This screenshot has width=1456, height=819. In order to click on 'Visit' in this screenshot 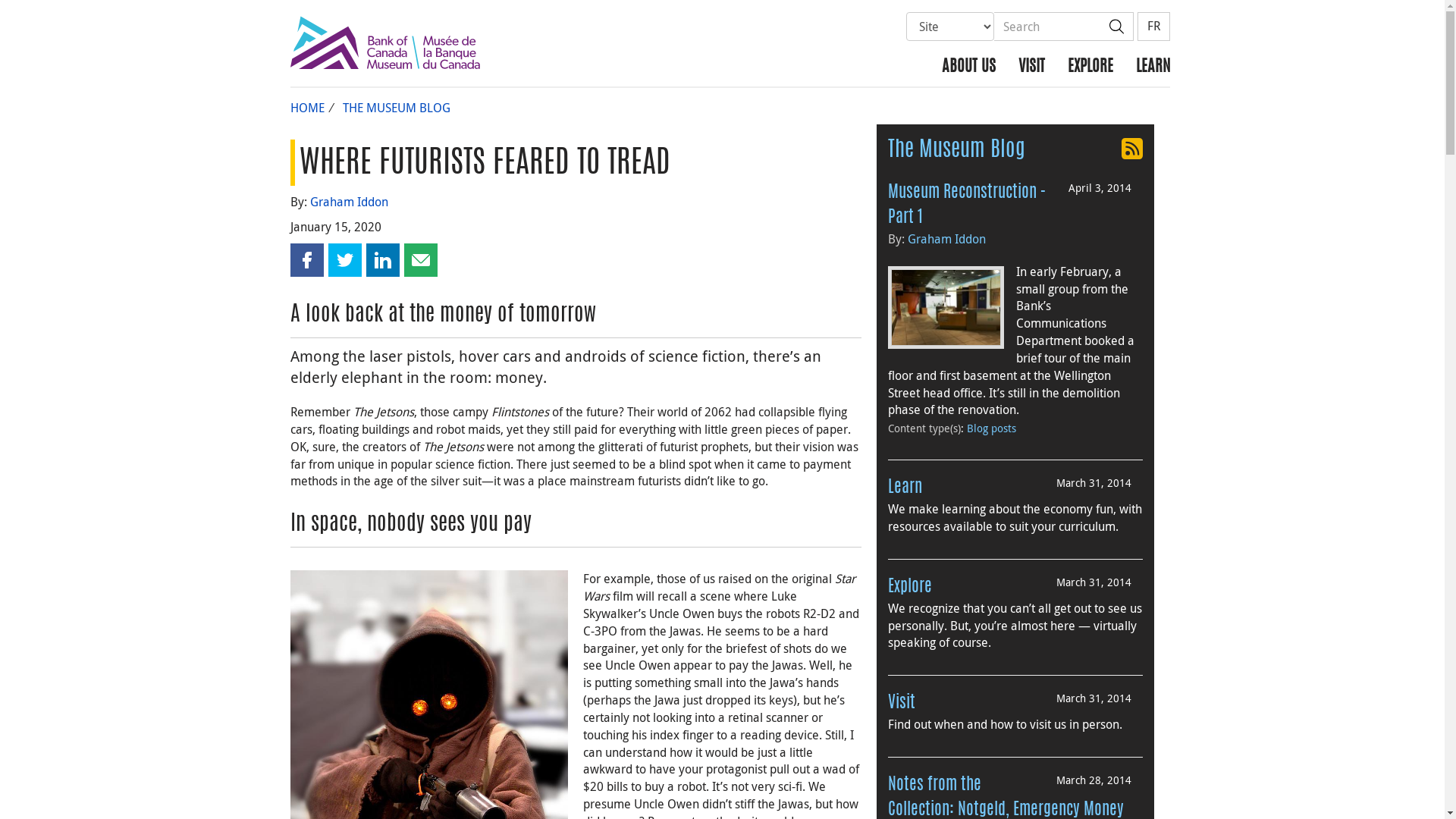, I will do `click(902, 702)`.